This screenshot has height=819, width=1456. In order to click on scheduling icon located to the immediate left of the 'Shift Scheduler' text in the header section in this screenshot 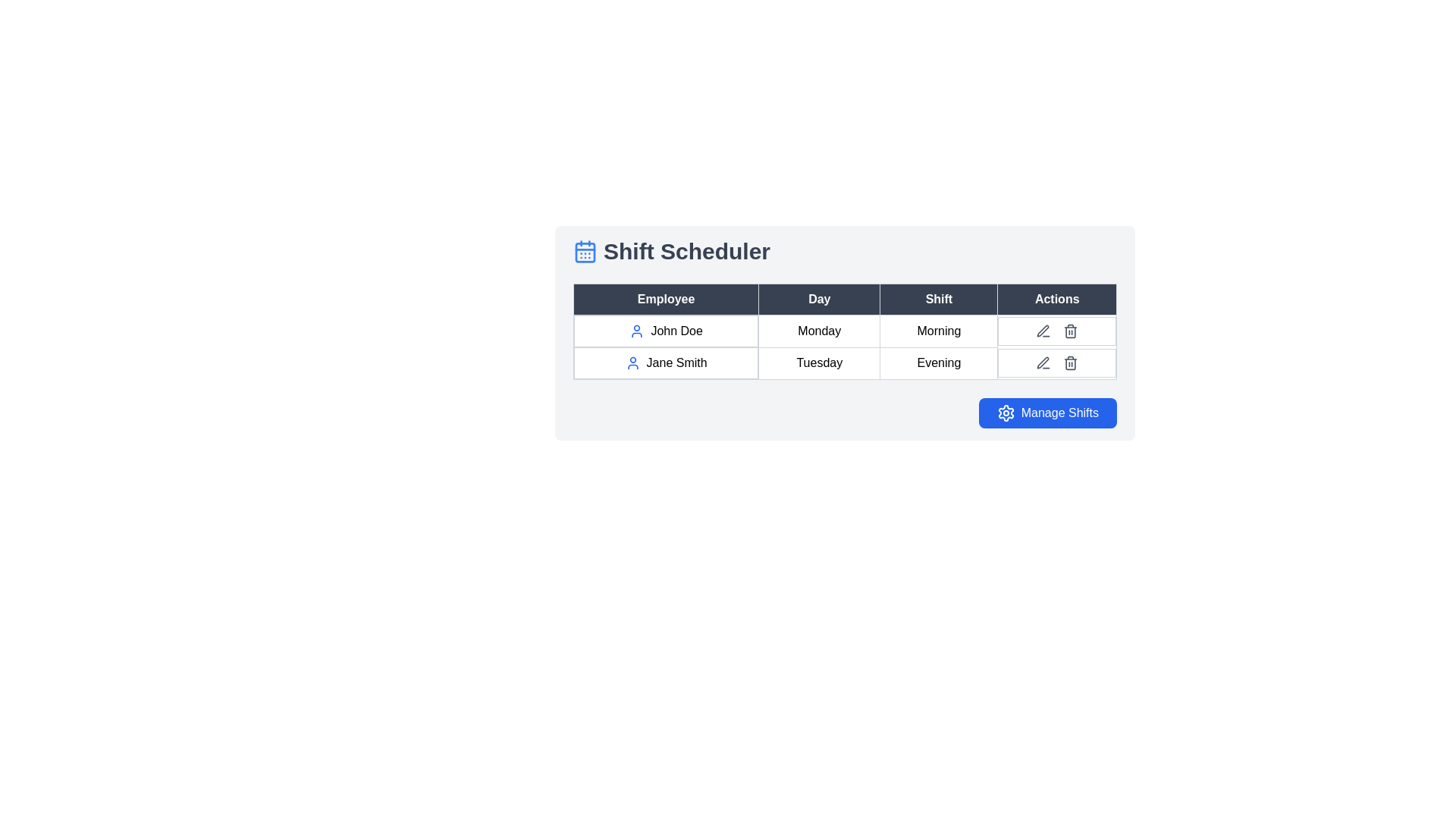, I will do `click(585, 250)`.